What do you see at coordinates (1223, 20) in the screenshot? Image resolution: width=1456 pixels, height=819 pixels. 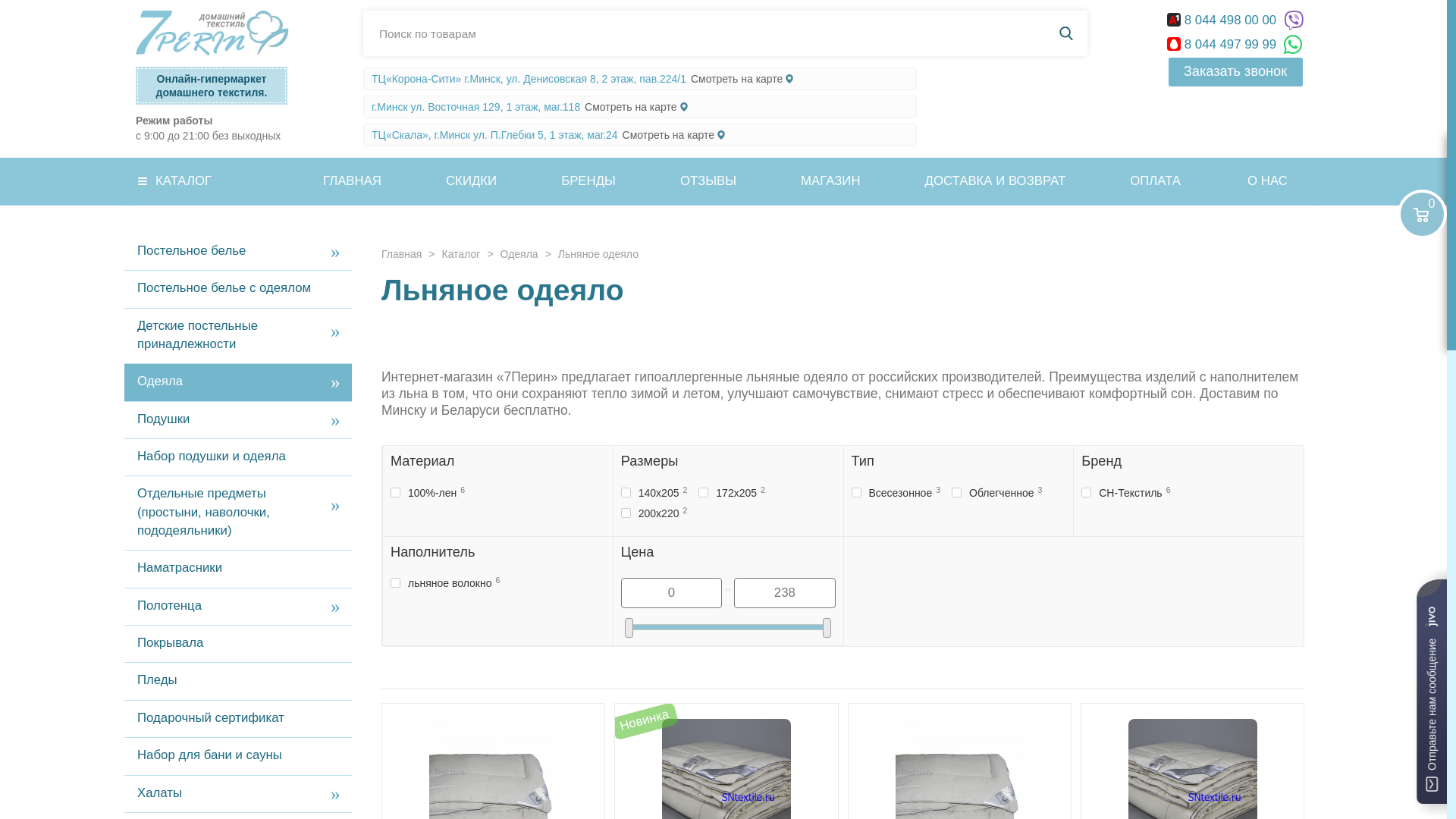 I see `'8 044 498 00 00'` at bounding box center [1223, 20].